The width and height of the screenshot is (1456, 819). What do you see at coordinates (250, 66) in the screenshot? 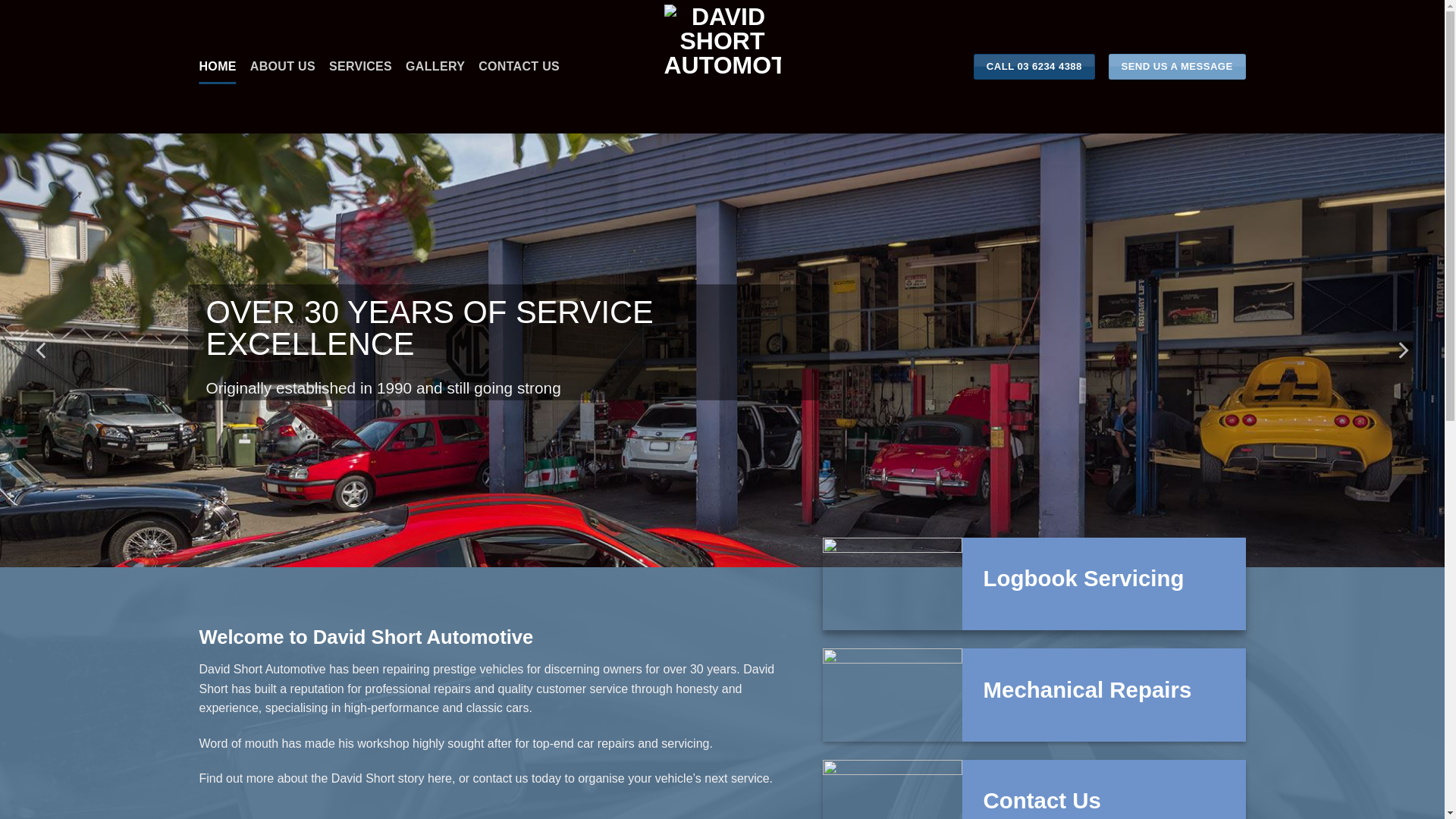
I see `'ABOUT US'` at bounding box center [250, 66].